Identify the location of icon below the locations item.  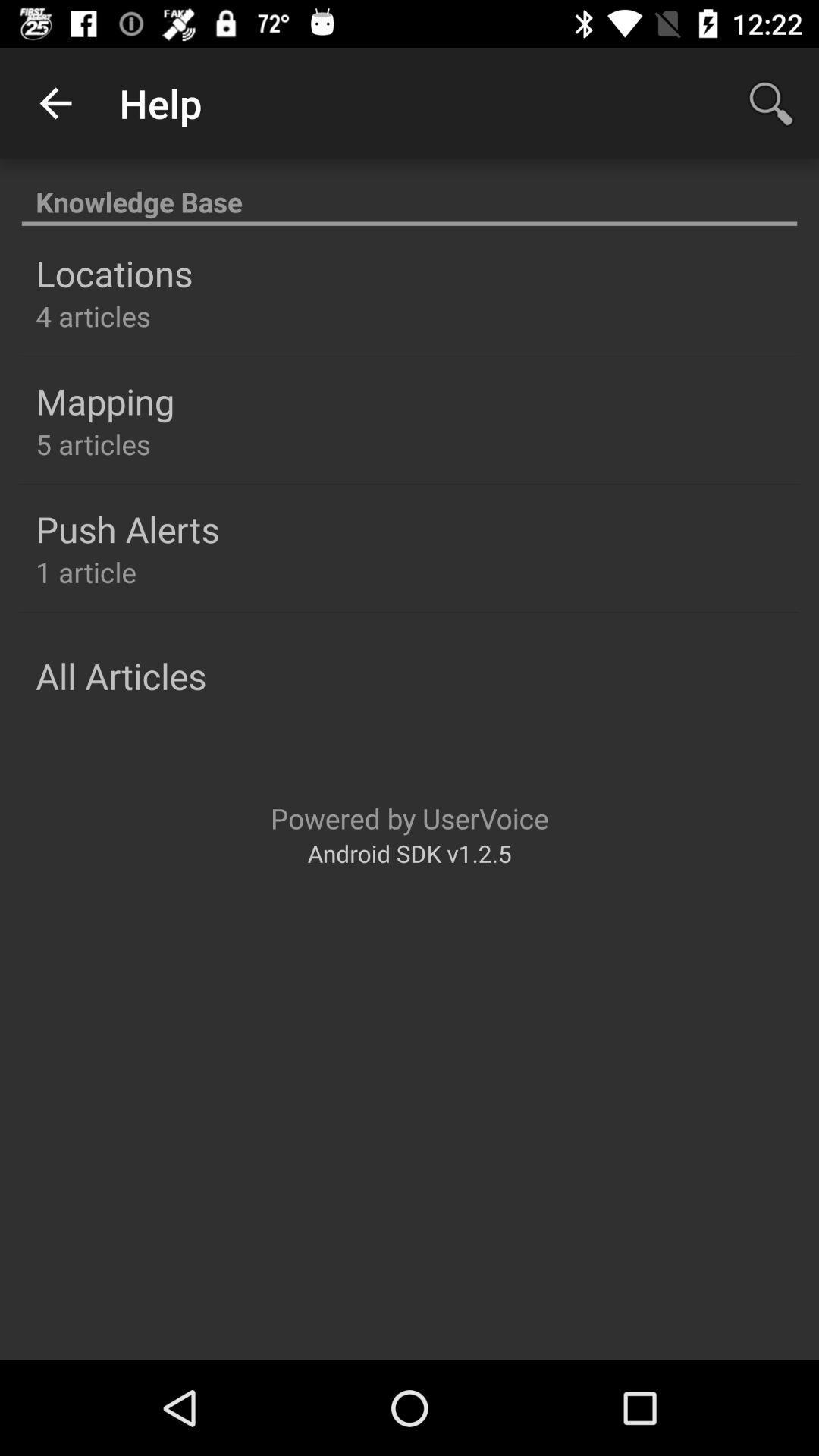
(93, 315).